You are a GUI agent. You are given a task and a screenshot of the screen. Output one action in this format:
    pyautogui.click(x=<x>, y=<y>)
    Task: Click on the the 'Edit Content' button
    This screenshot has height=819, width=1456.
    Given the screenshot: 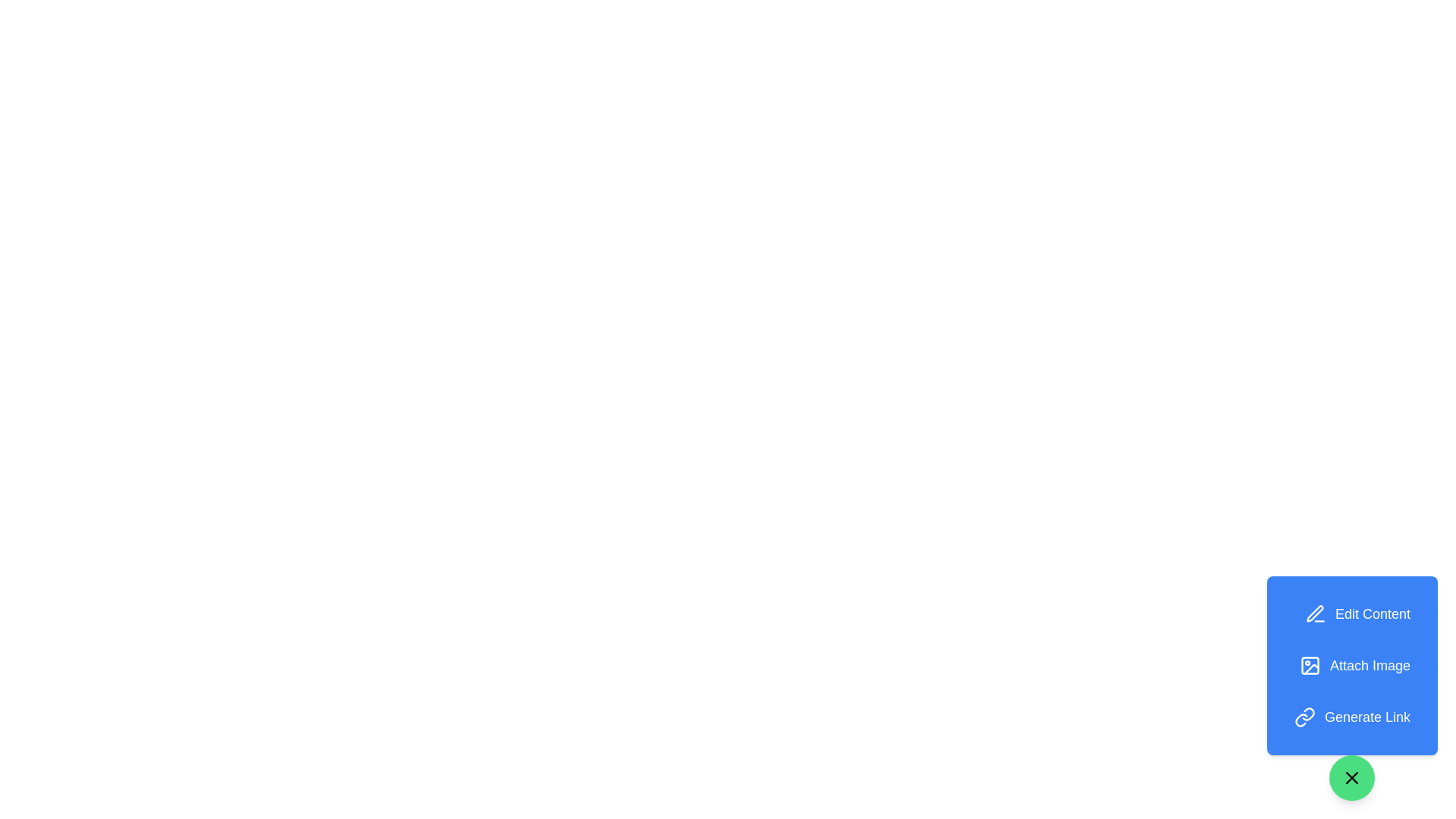 What is the action you would take?
    pyautogui.click(x=1357, y=614)
    